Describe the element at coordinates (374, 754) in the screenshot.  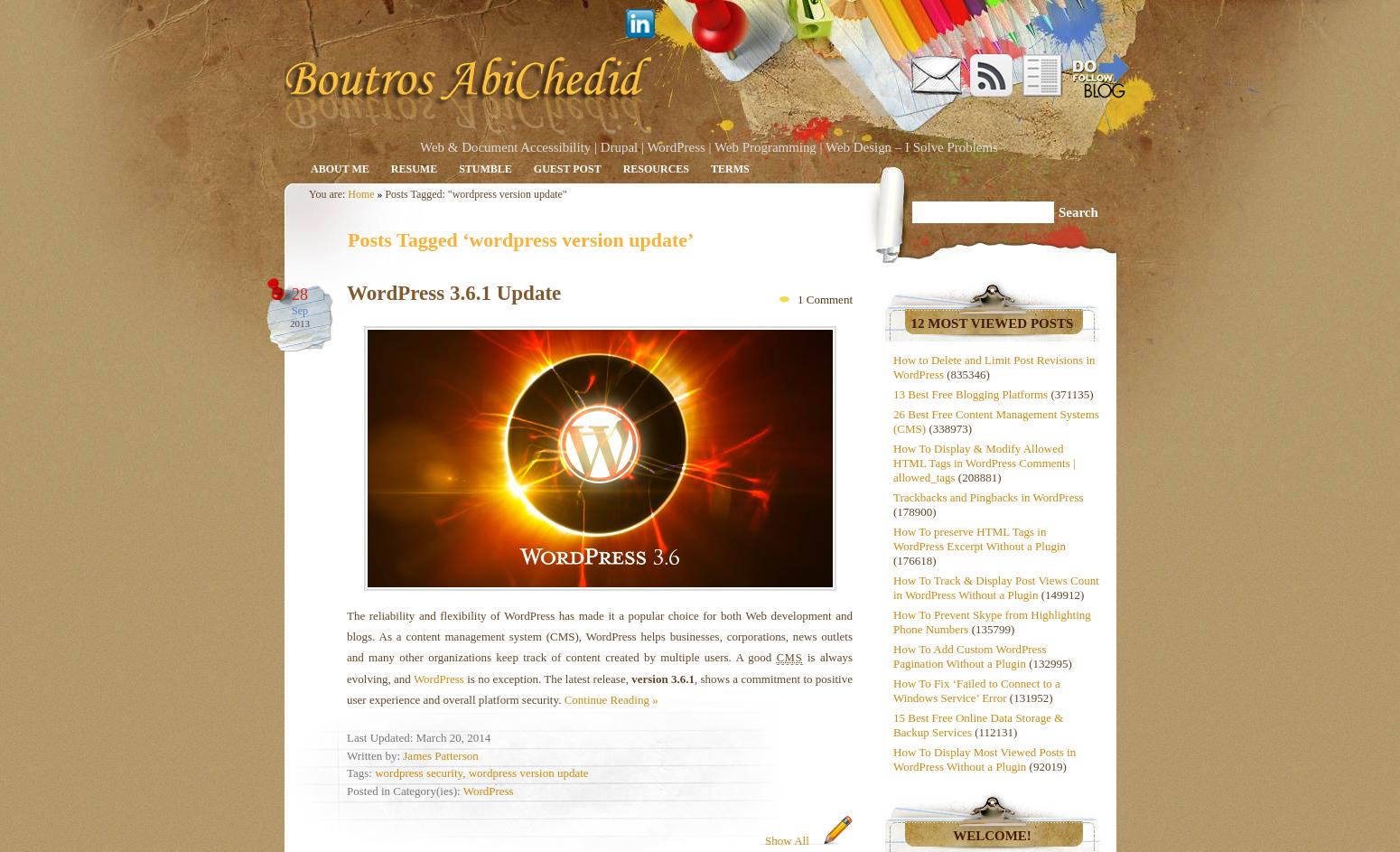
I see `'Written by:'` at that location.